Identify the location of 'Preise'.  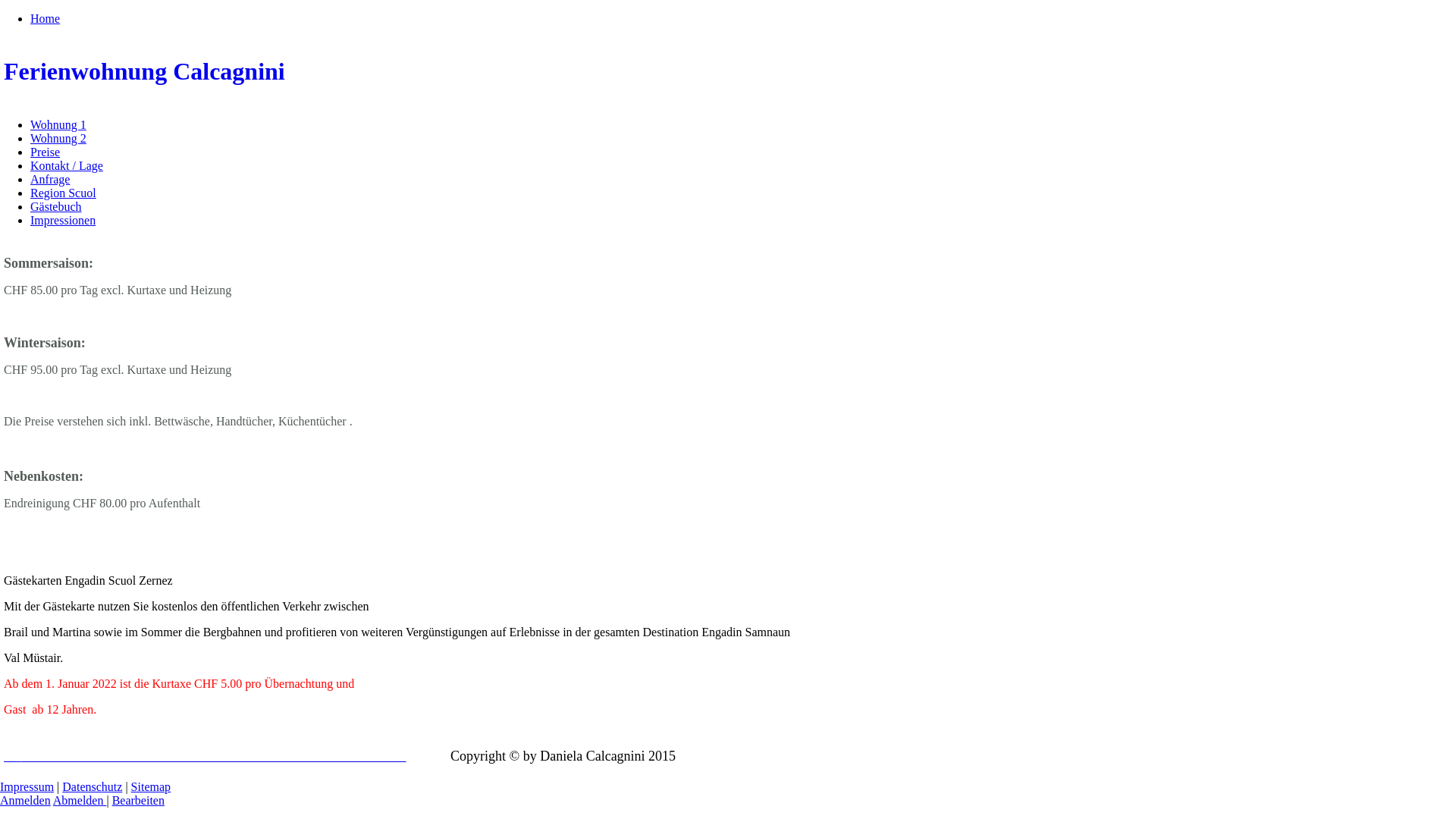
(30, 152).